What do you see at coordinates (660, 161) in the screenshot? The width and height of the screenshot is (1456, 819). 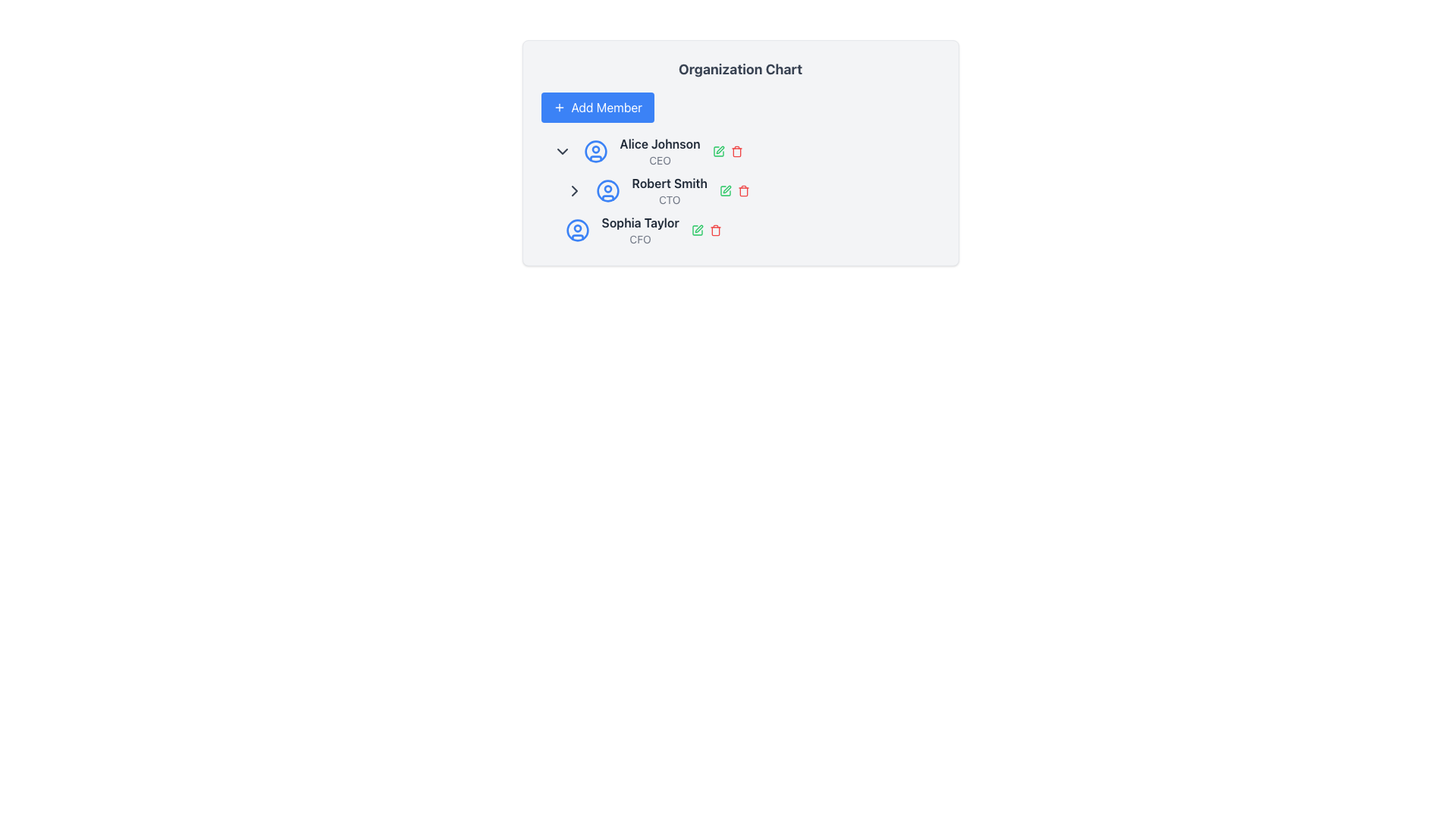 I see `the text label indicating the job title 'CEO' of the individual 'Alice Johnson' in the organizational chart` at bounding box center [660, 161].